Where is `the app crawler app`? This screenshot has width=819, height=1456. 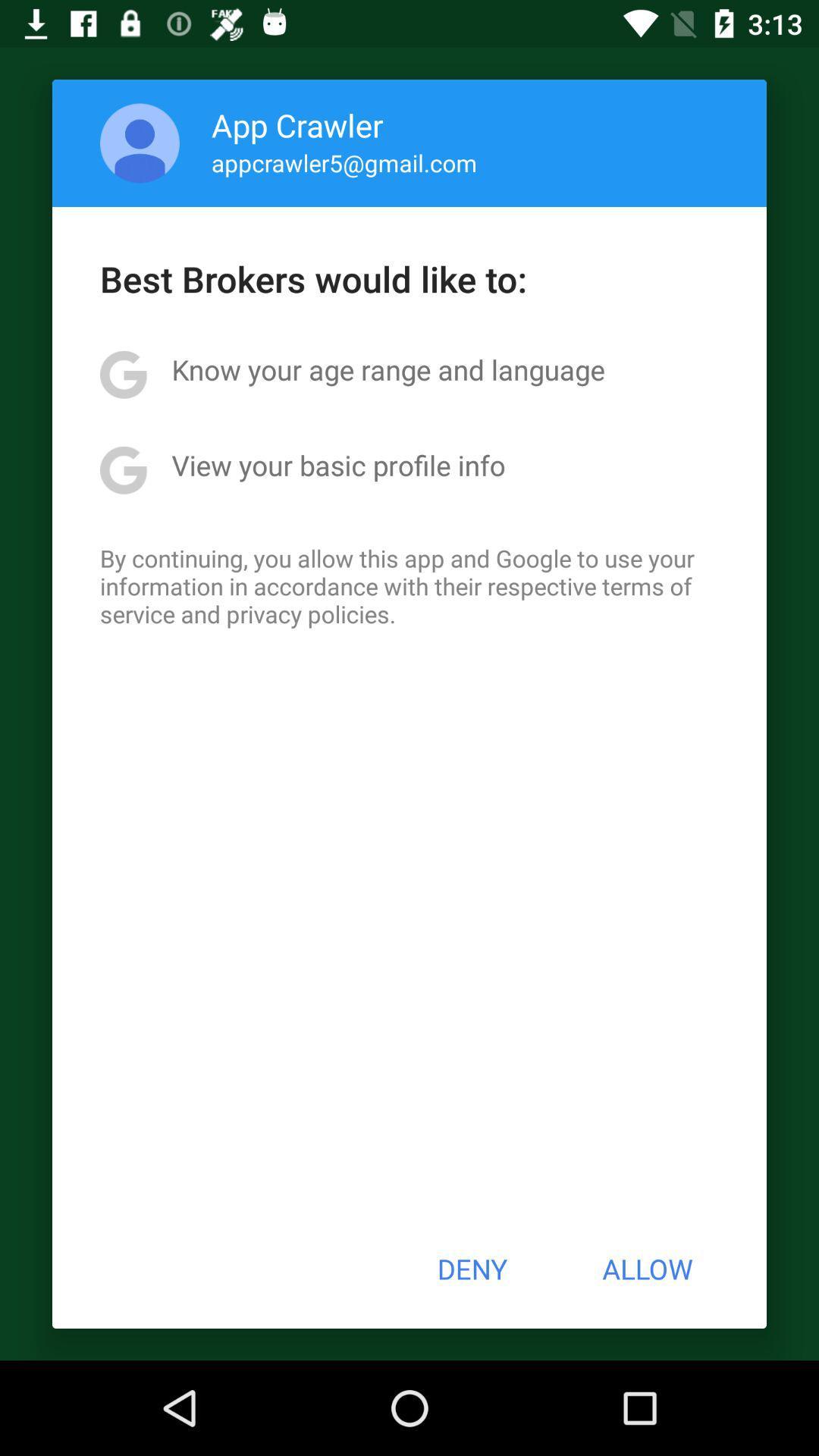
the app crawler app is located at coordinates (297, 124).